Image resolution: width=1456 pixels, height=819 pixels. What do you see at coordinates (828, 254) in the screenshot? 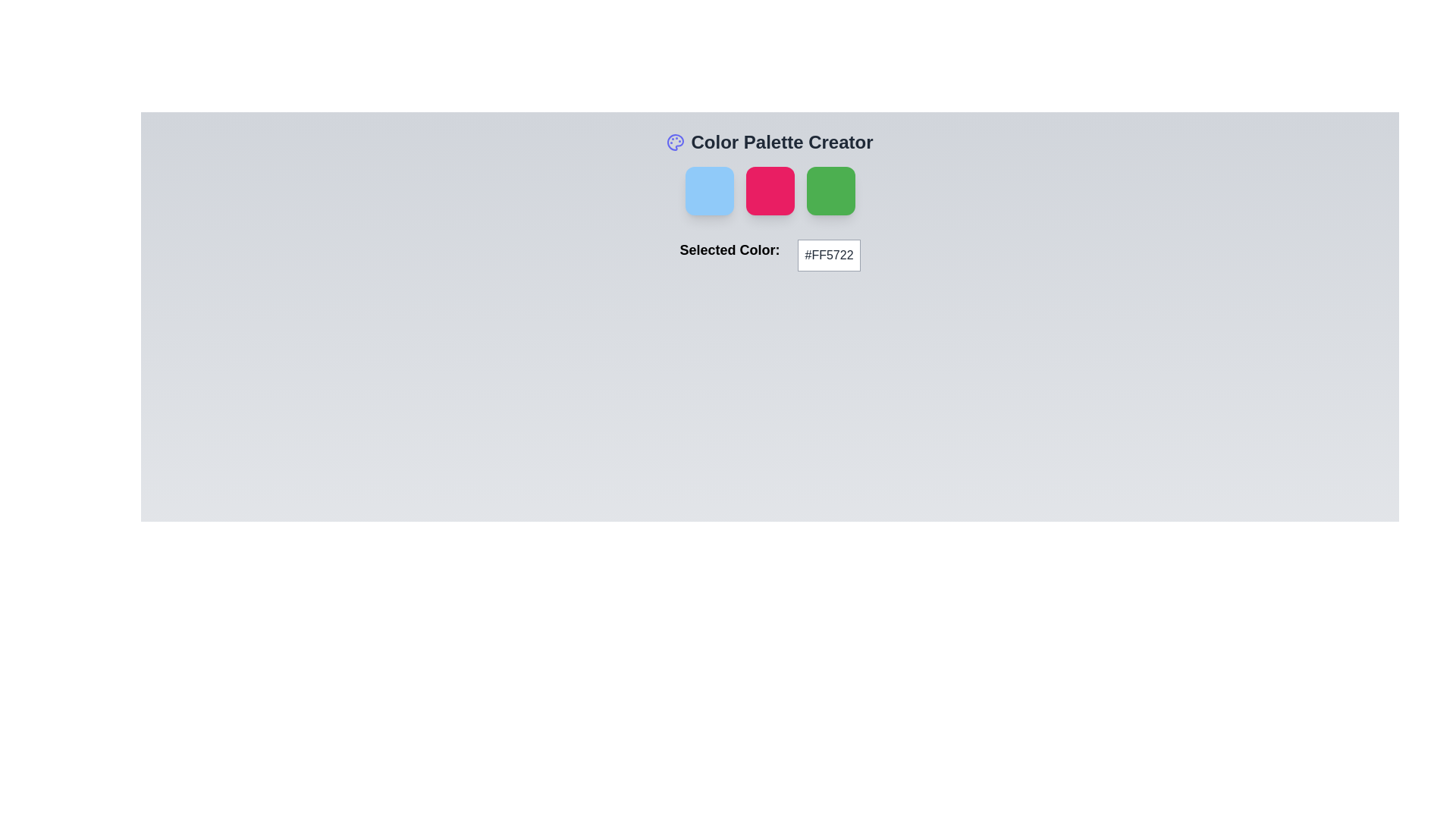
I see `the static text box that displays the hexadecimal representation of the selected color, located to the right of the 'Selected Color:' label` at bounding box center [828, 254].